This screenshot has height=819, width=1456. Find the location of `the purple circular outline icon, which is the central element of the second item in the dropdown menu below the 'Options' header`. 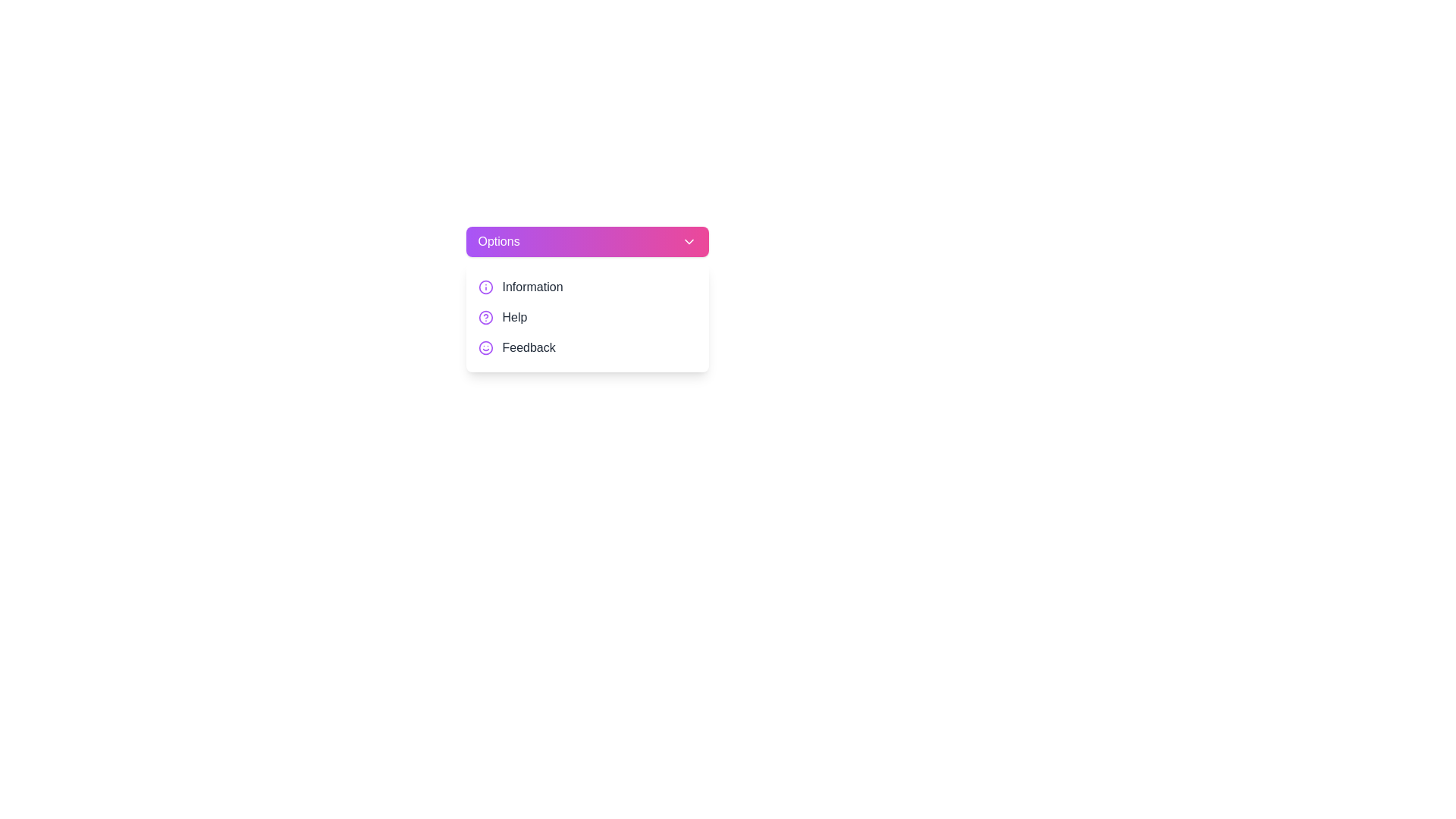

the purple circular outline icon, which is the central element of the second item in the dropdown menu below the 'Options' header is located at coordinates (485, 287).